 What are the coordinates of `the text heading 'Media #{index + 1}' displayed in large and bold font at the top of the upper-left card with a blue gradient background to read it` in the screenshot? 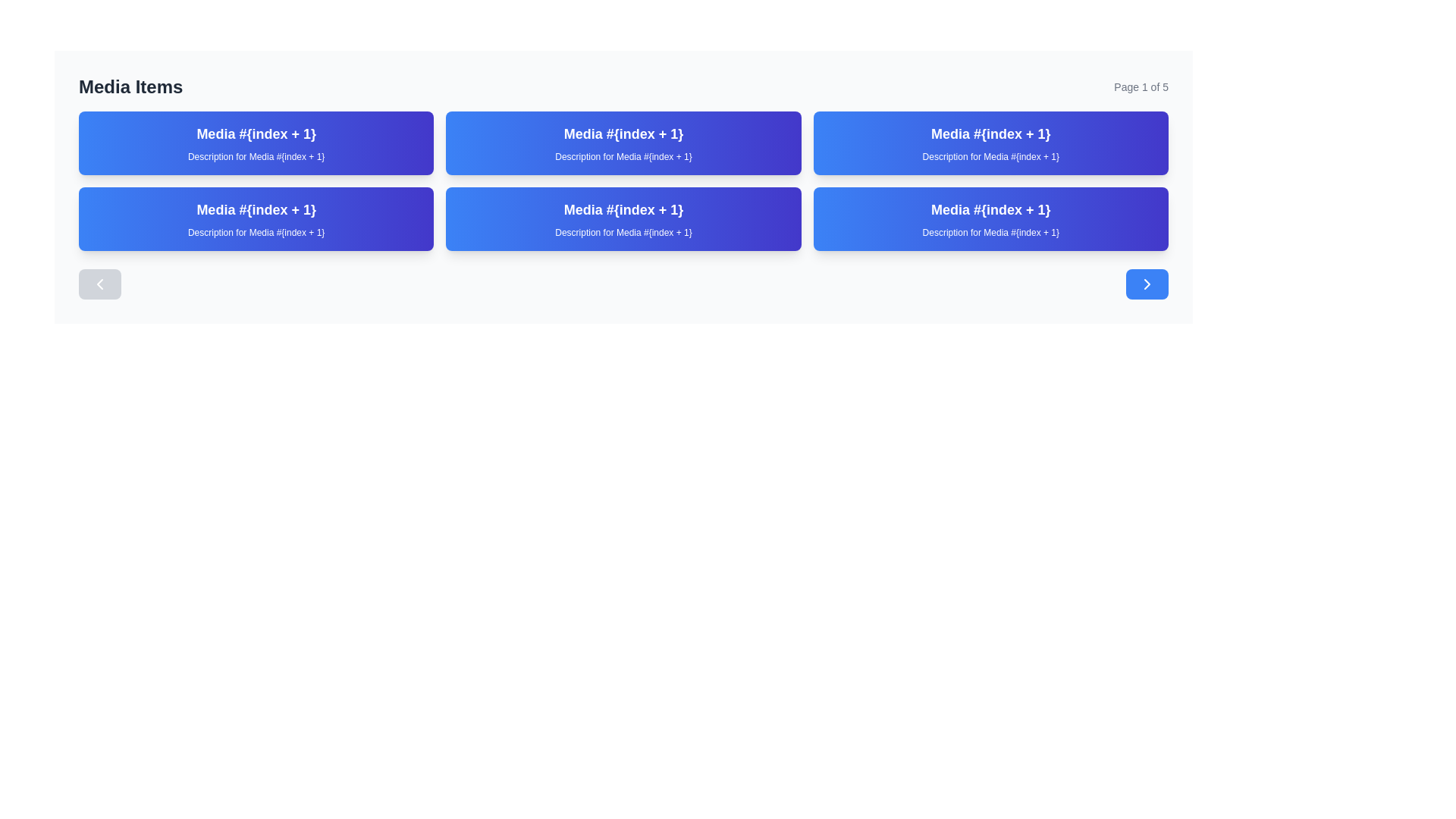 It's located at (256, 133).